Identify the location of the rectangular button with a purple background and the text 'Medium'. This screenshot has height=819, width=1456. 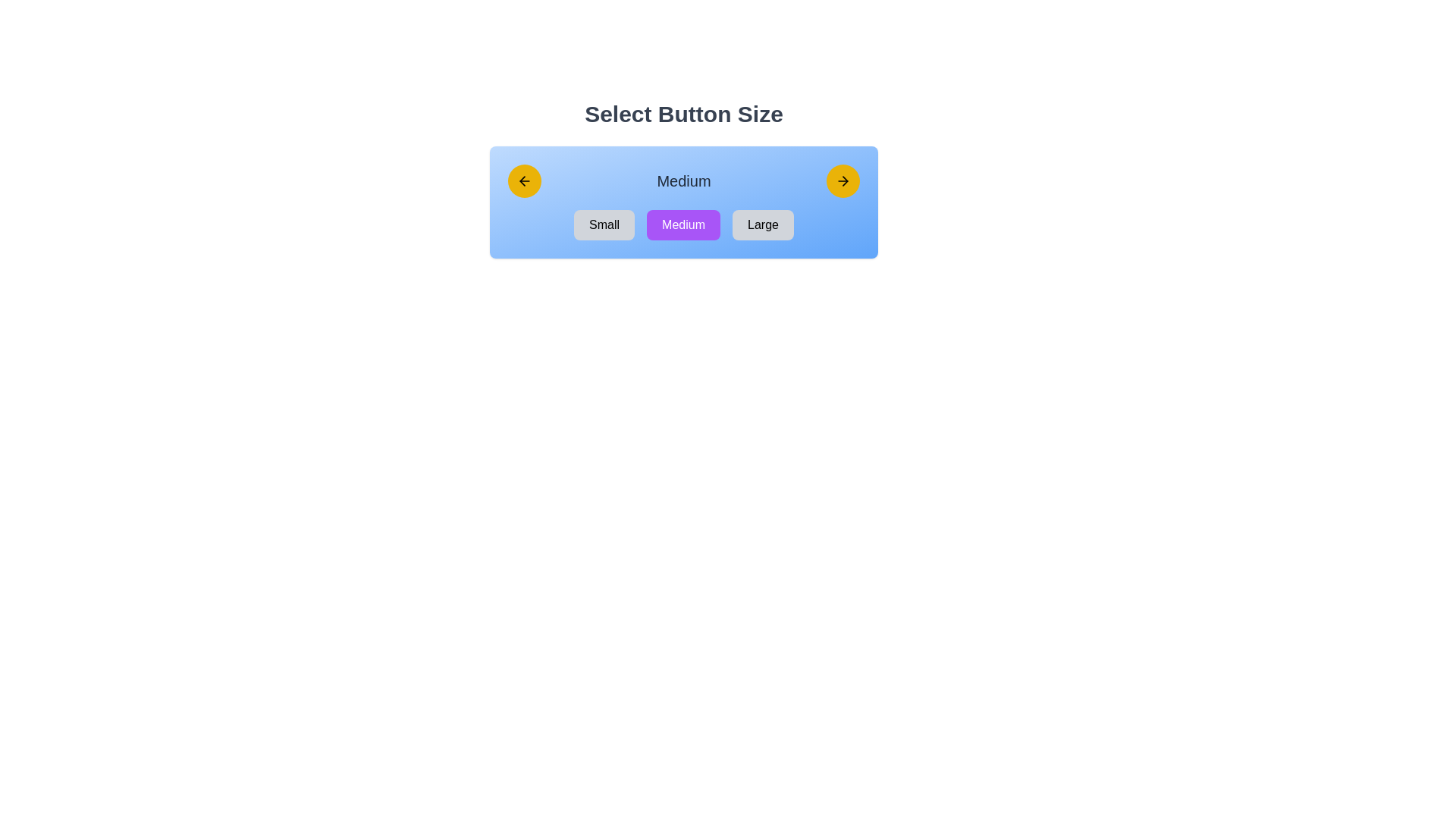
(682, 225).